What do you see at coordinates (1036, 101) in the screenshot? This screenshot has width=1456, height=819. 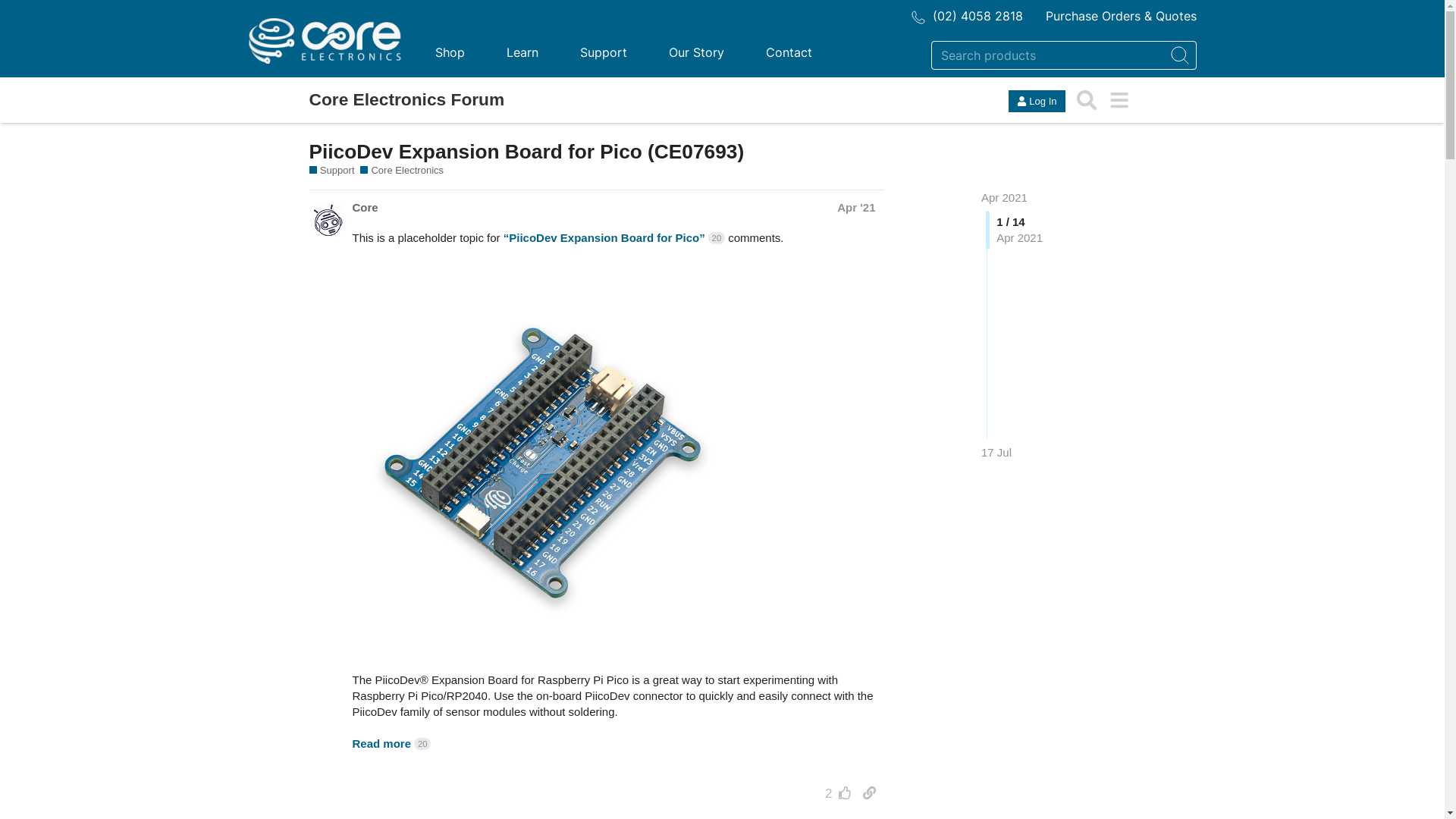 I see `'Log In'` at bounding box center [1036, 101].